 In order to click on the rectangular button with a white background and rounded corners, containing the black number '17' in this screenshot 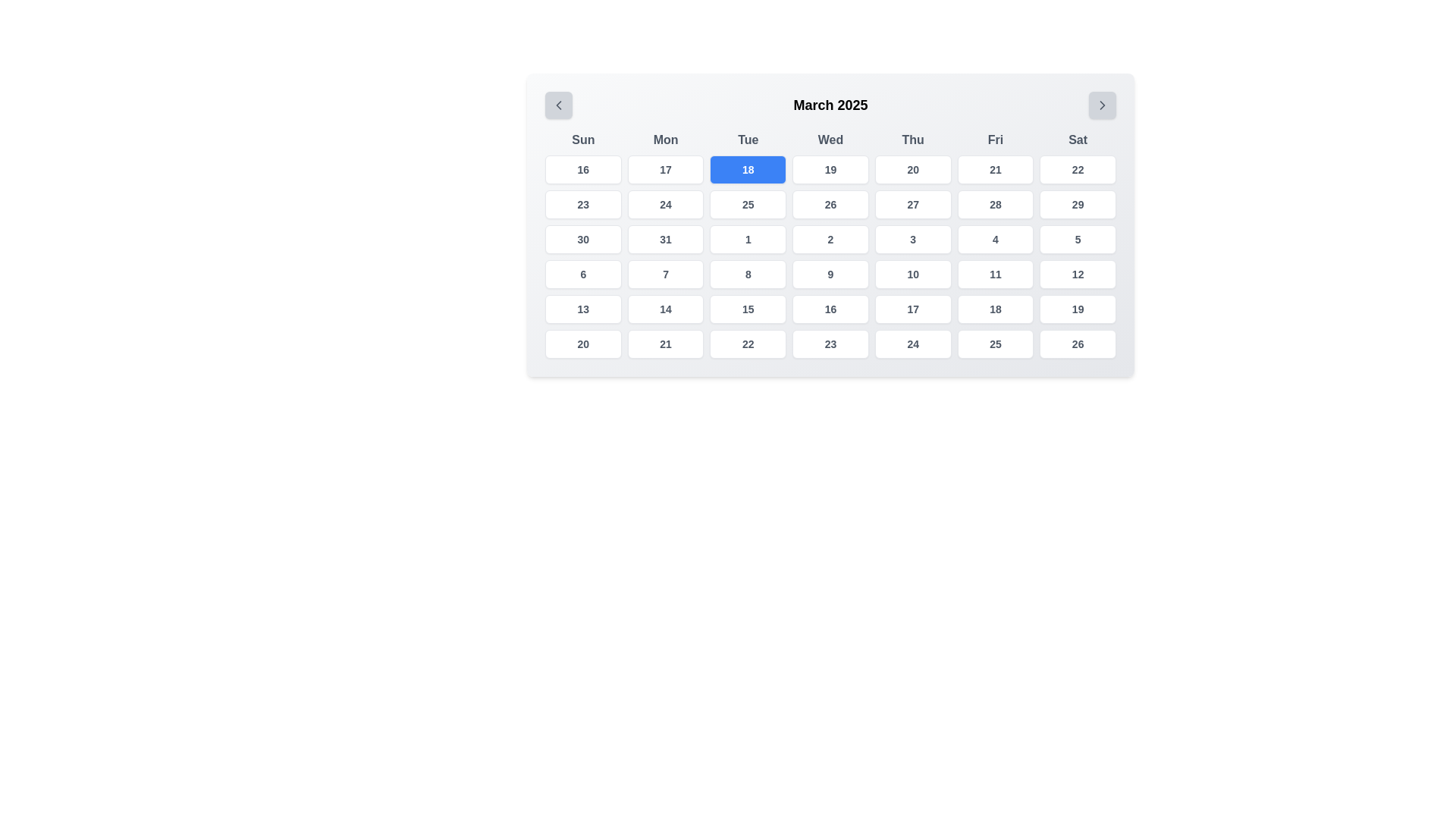, I will do `click(666, 169)`.